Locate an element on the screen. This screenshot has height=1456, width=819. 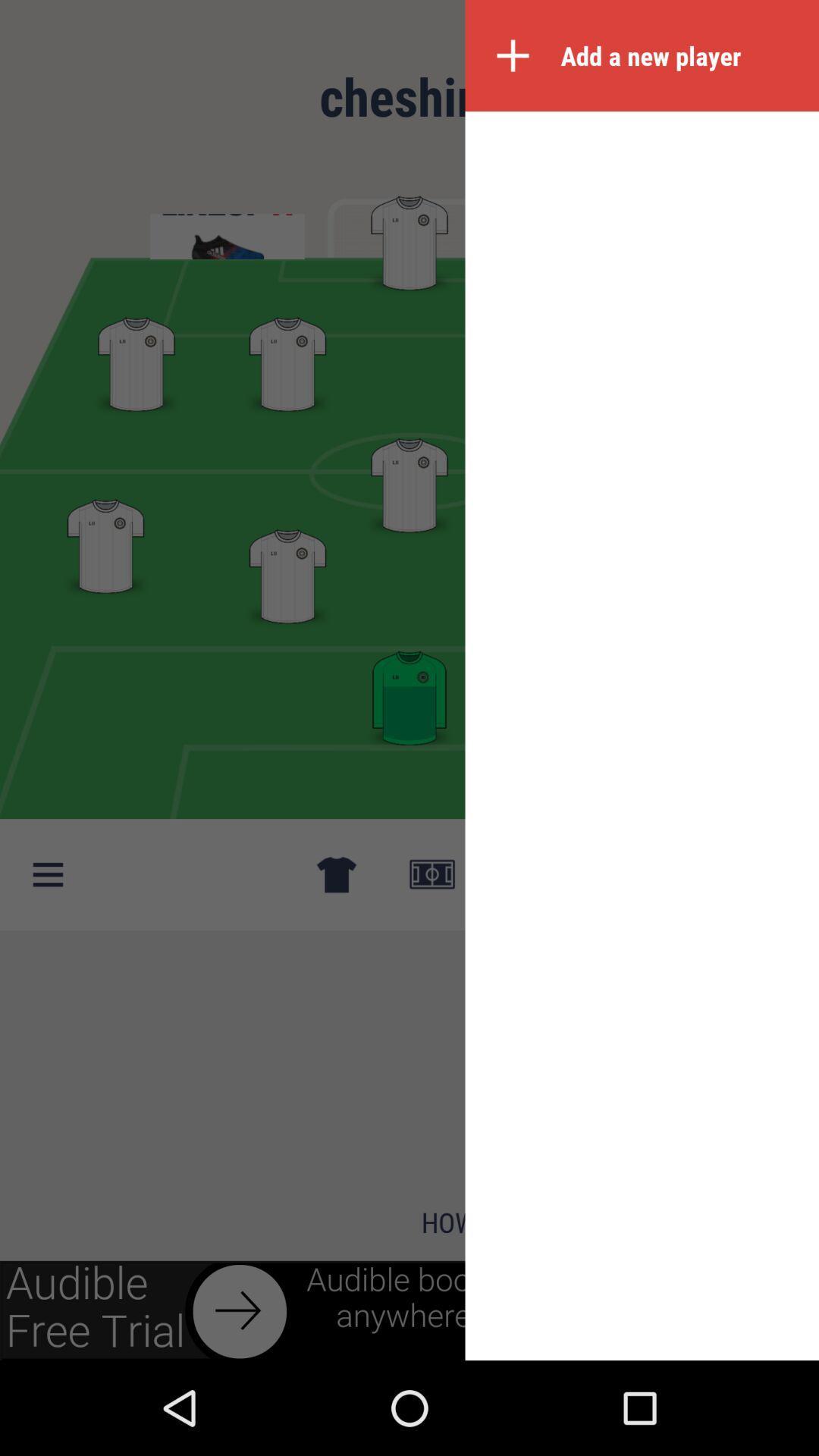
the menu icon is located at coordinates (46, 874).